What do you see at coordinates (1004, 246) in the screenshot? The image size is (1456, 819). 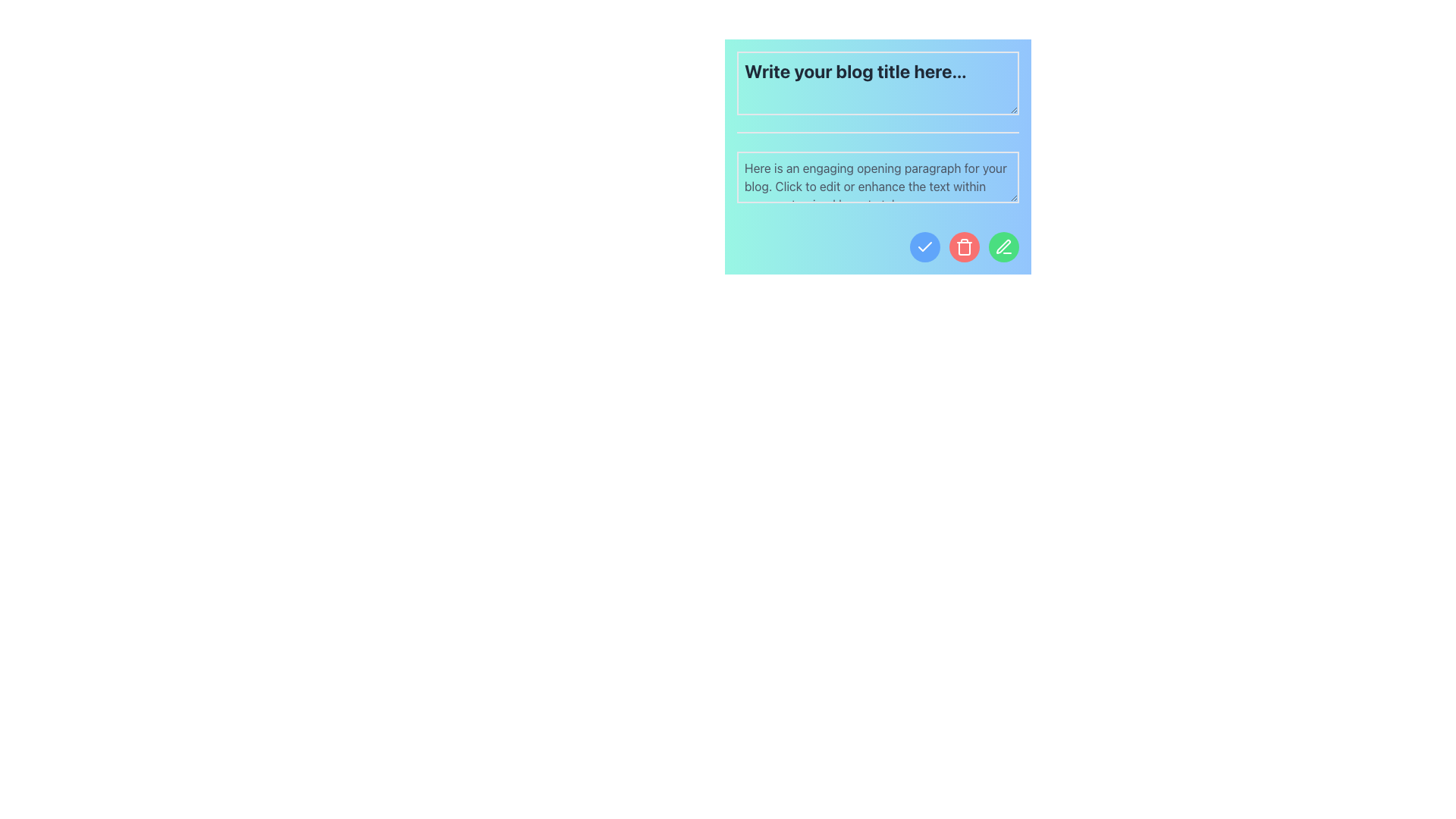 I see `the 'edit' button located at the center of the rightmost action button below the text fields in the panel` at bounding box center [1004, 246].